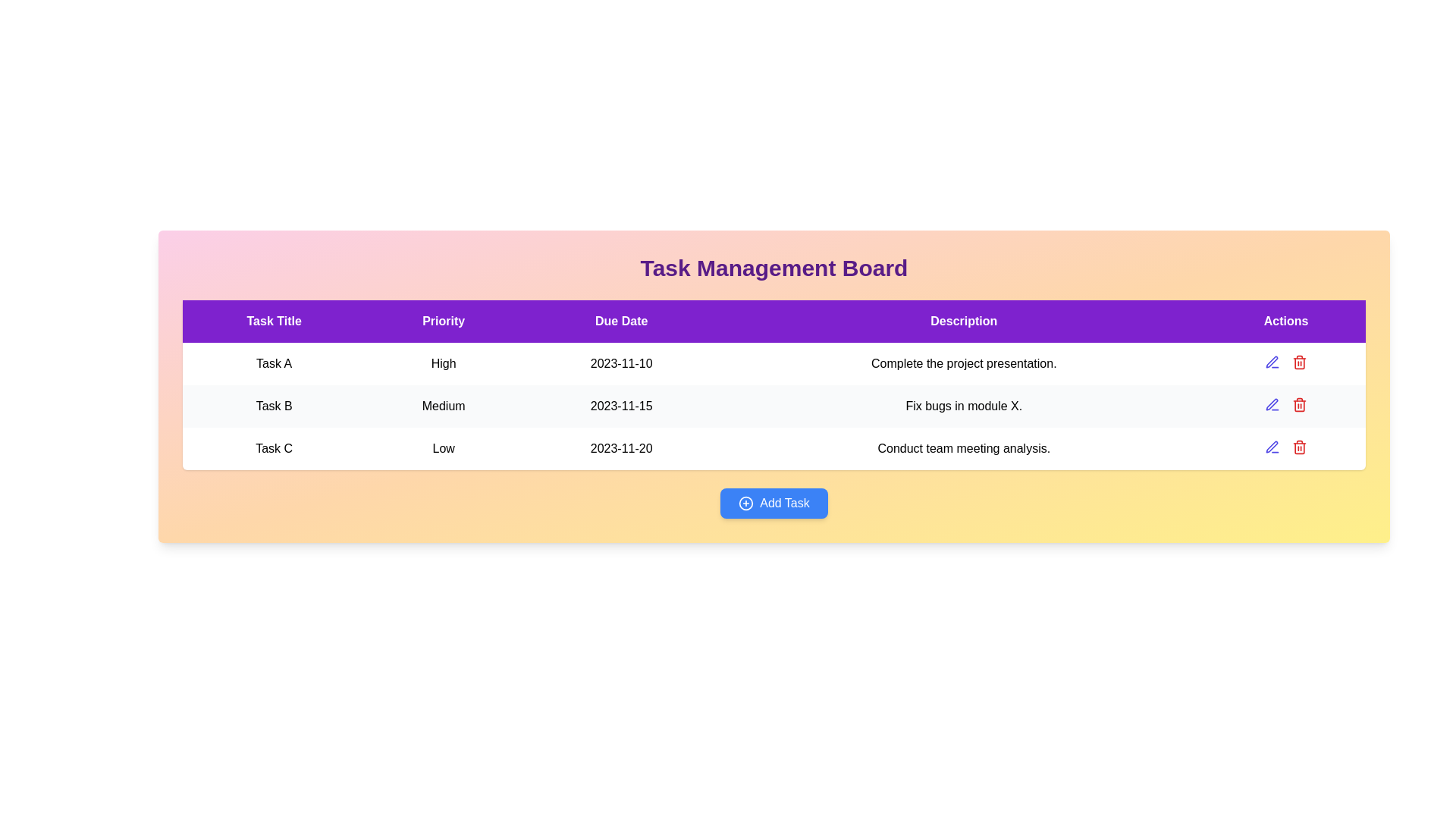  What do you see at coordinates (274, 321) in the screenshot?
I see `the static text header that indicates the column for task names, located at the top-left section of the table header` at bounding box center [274, 321].